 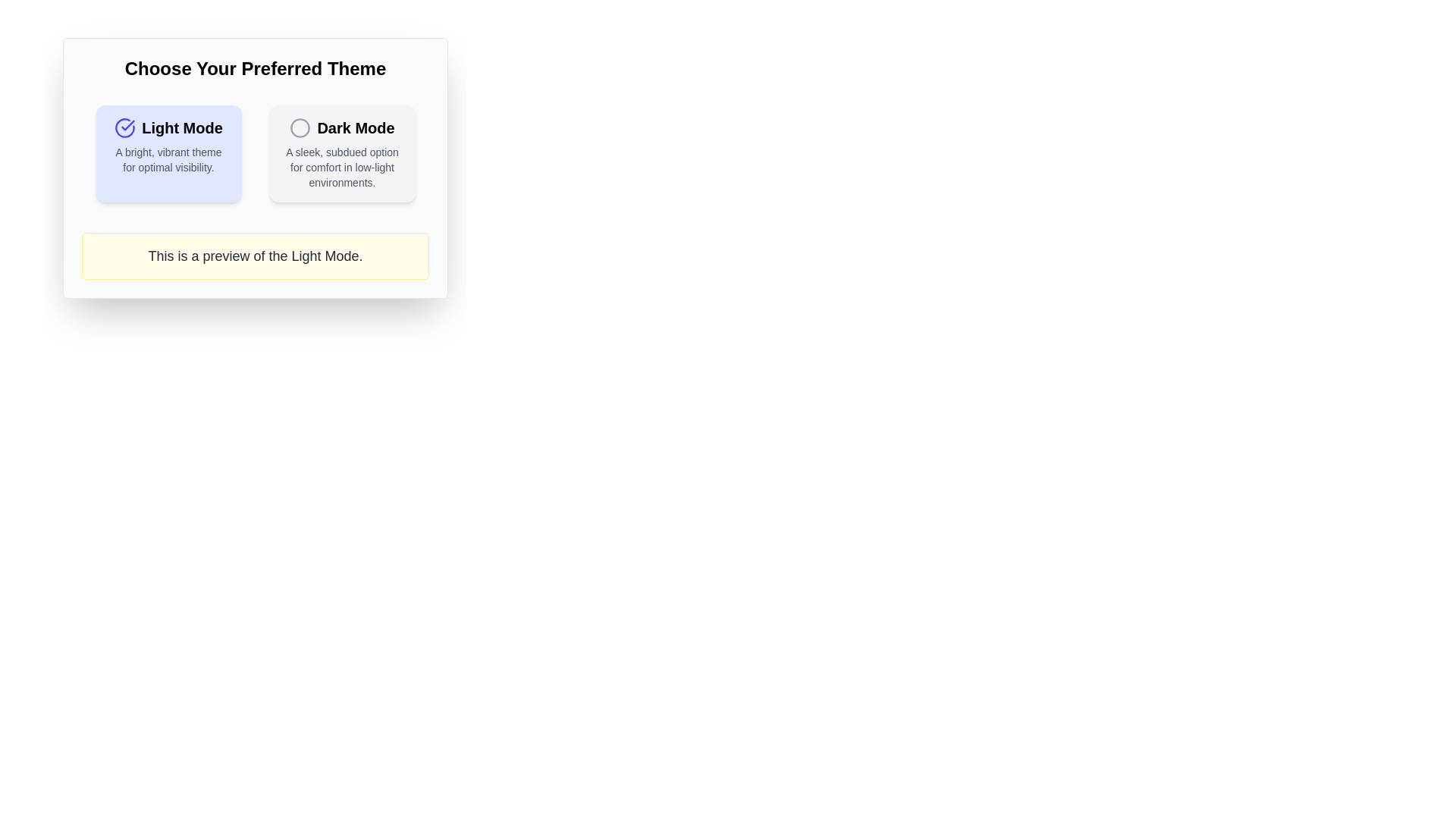 I want to click on the 'Light Mode' icon, so click(x=125, y=127).